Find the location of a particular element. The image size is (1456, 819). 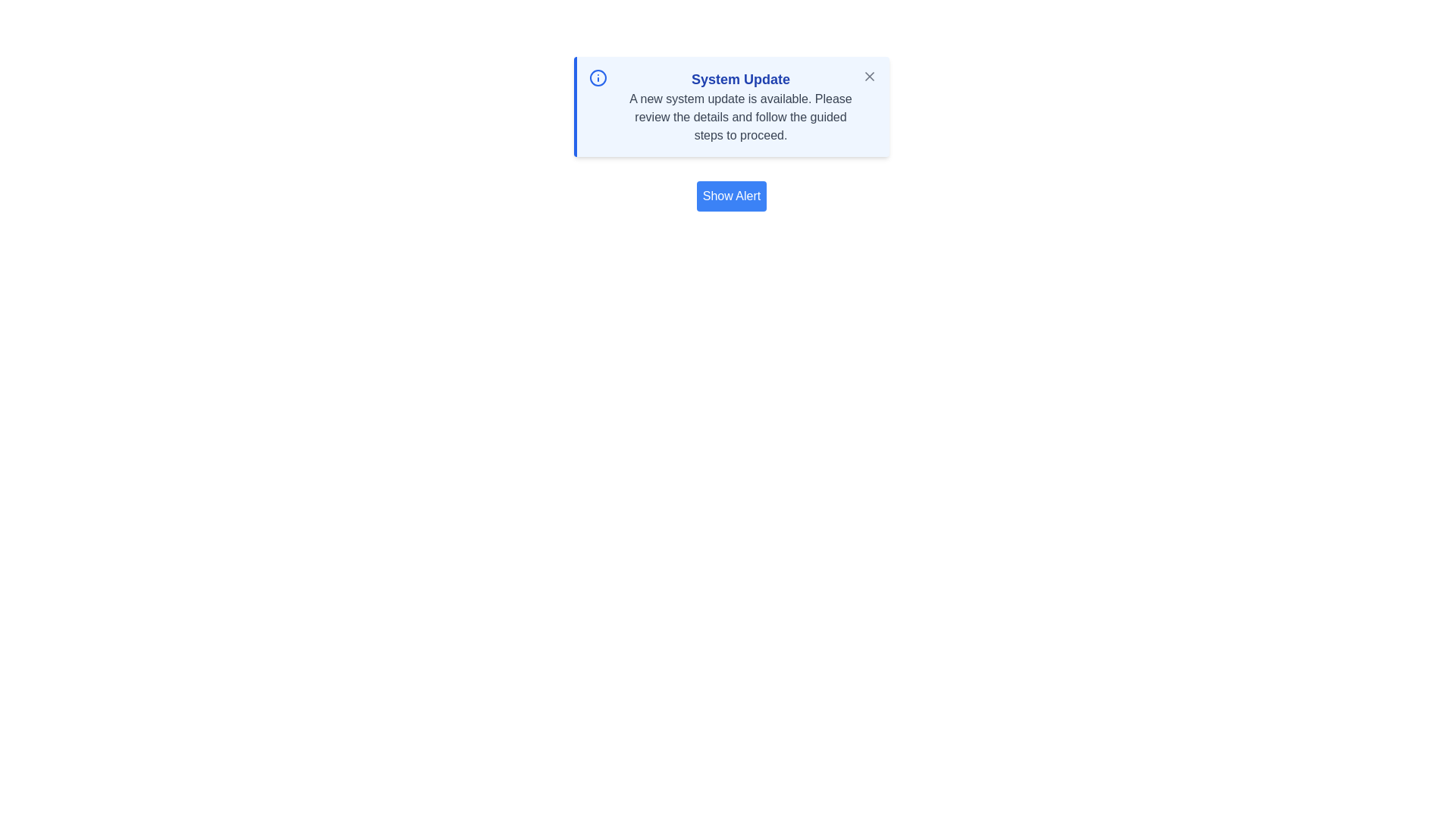

the 'Show Alert' button to display the alert is located at coordinates (731, 195).